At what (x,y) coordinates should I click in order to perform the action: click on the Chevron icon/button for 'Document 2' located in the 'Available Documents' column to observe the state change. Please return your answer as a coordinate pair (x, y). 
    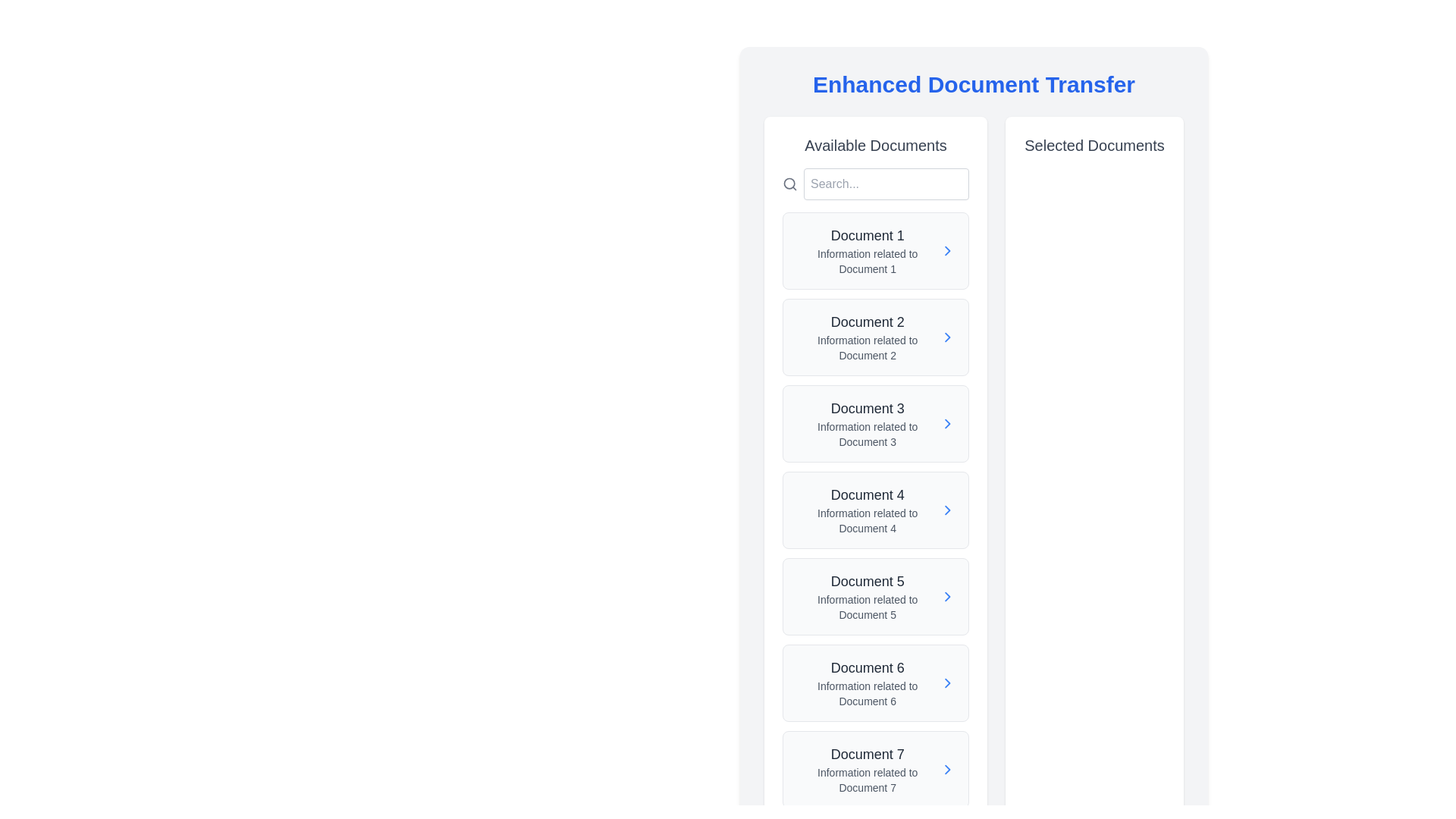
    Looking at the image, I should click on (947, 336).